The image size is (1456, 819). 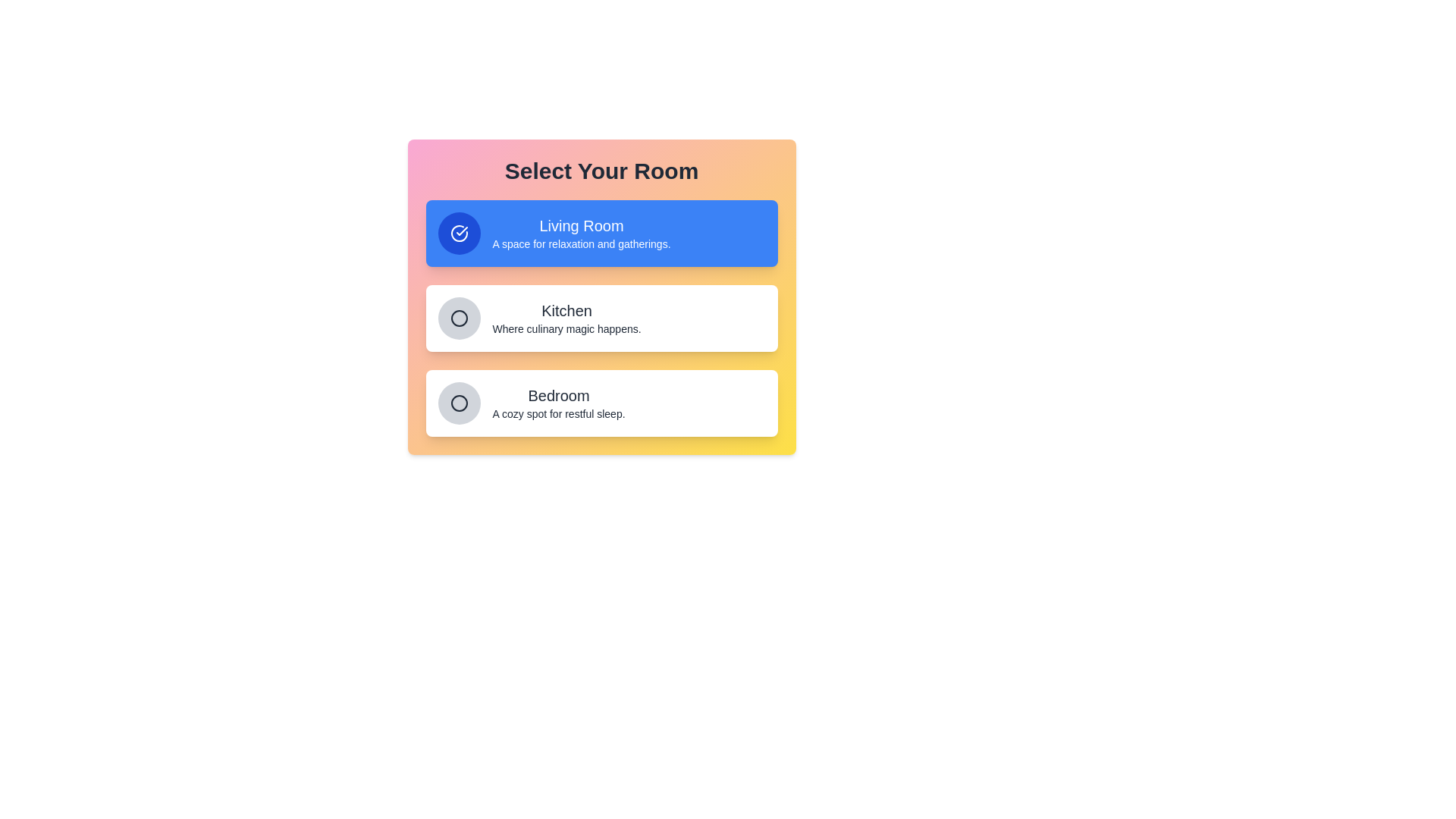 What do you see at coordinates (458, 234) in the screenshot?
I see `the blue circular icon indicating the selected state for the 'Living Room' option within the selection menu` at bounding box center [458, 234].